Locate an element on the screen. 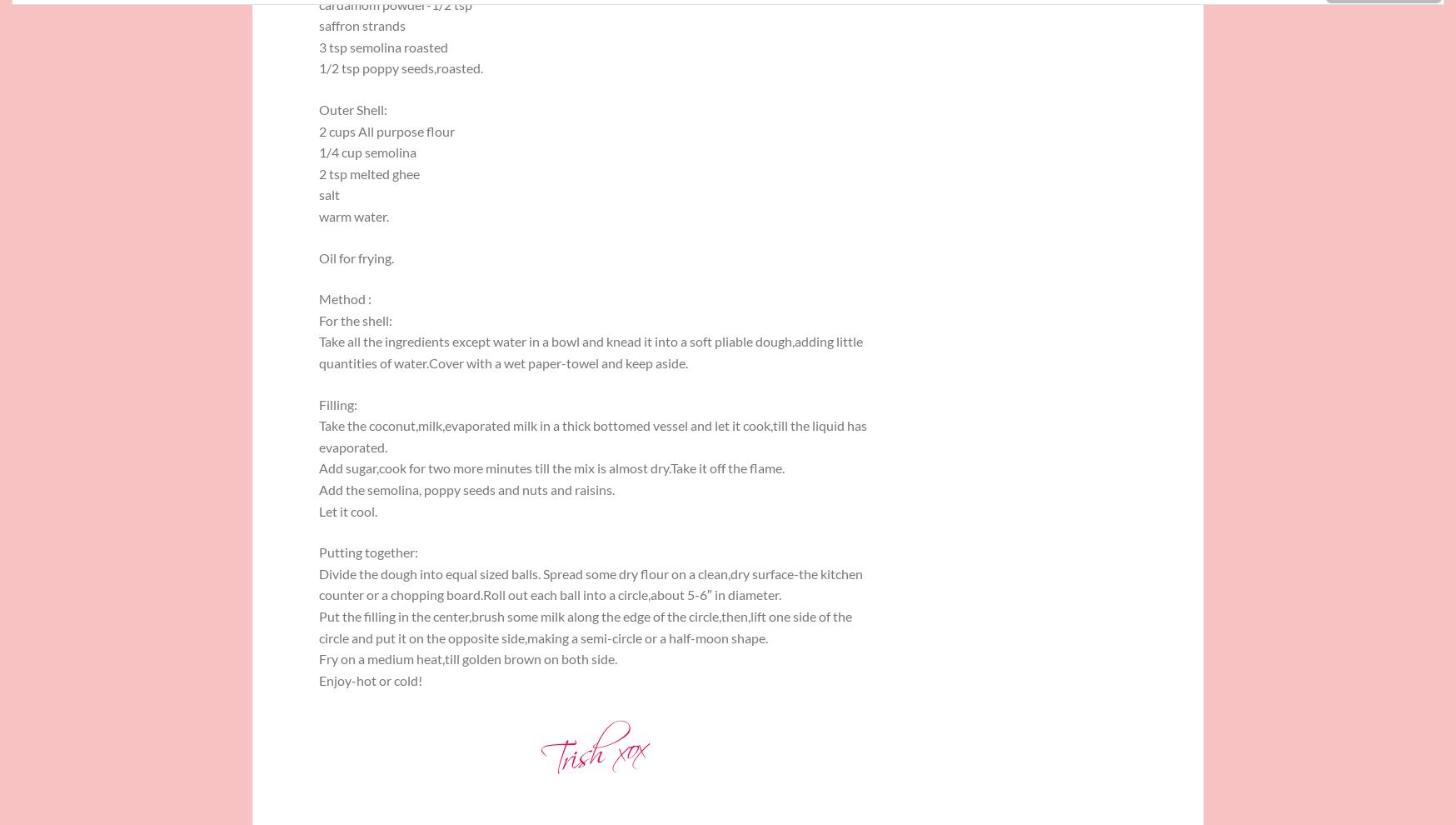 This screenshot has width=1456, height=825. 'Add sugar,cook for two more minutes till the mix is almost dry.Take it off the flame.' is located at coordinates (551, 467).